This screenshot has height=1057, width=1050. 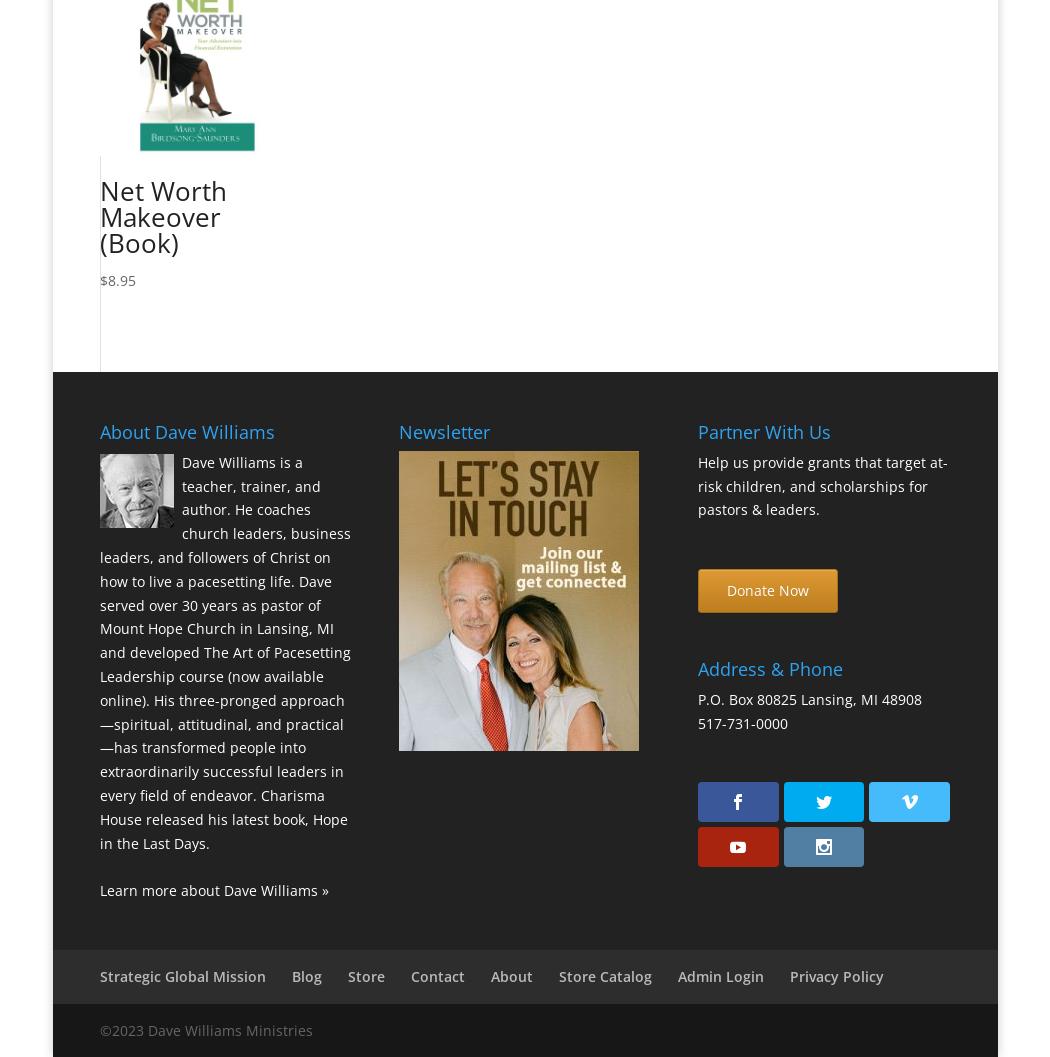 What do you see at coordinates (510, 975) in the screenshot?
I see `'About'` at bounding box center [510, 975].